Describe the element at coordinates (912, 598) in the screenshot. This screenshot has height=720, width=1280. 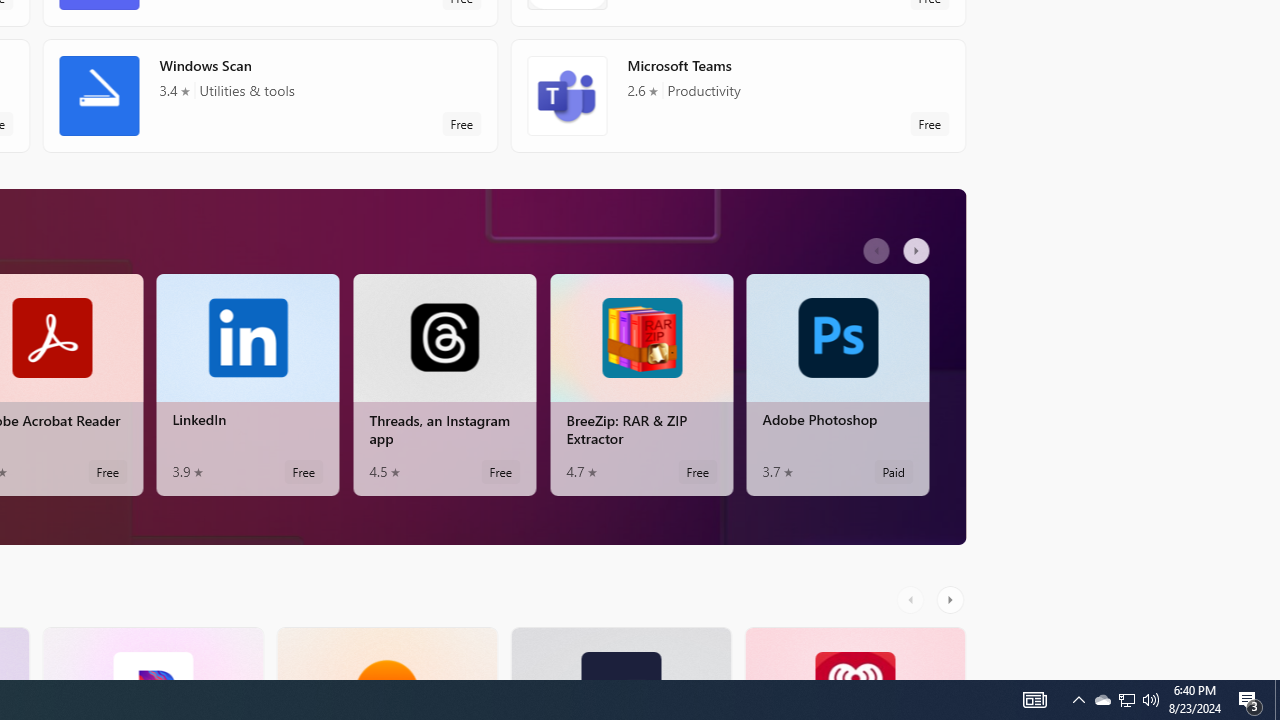
I see `'AutomationID: LeftScrollButton'` at that location.